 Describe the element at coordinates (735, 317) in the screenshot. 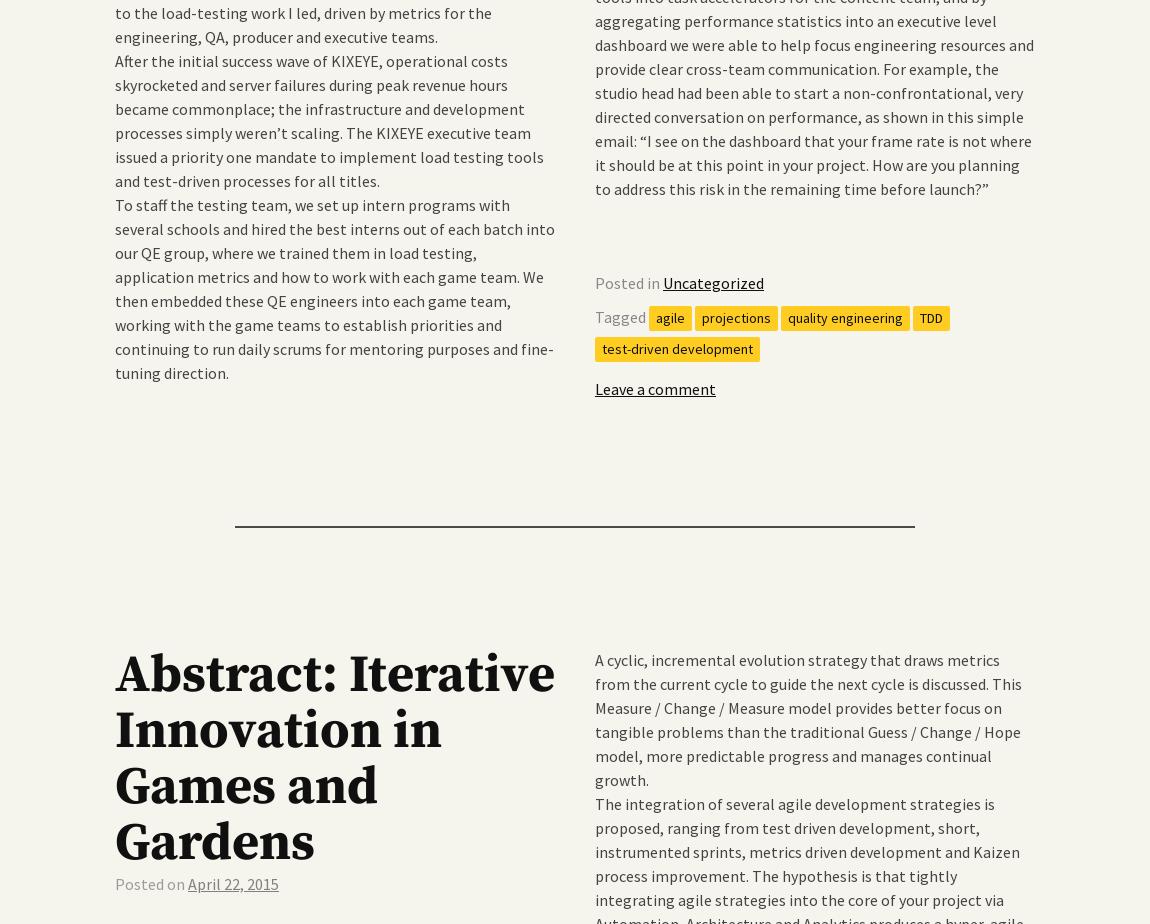

I see `'projections'` at that location.